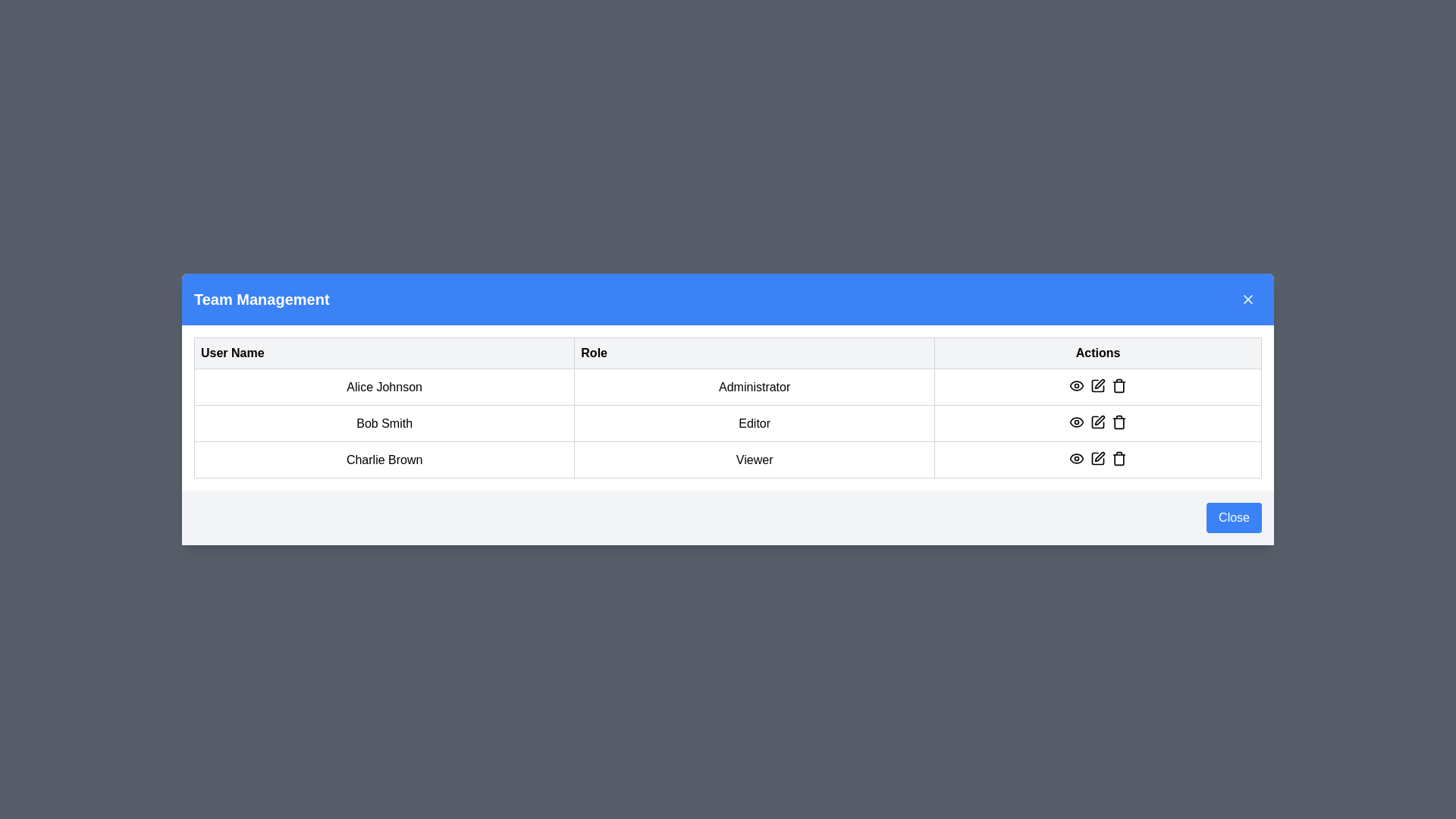 The image size is (1456, 819). What do you see at coordinates (1098, 422) in the screenshot?
I see `the edit icon button associated with user 'Bob Smith' to initiate editing, located in the second position under the 'Actions' column` at bounding box center [1098, 422].